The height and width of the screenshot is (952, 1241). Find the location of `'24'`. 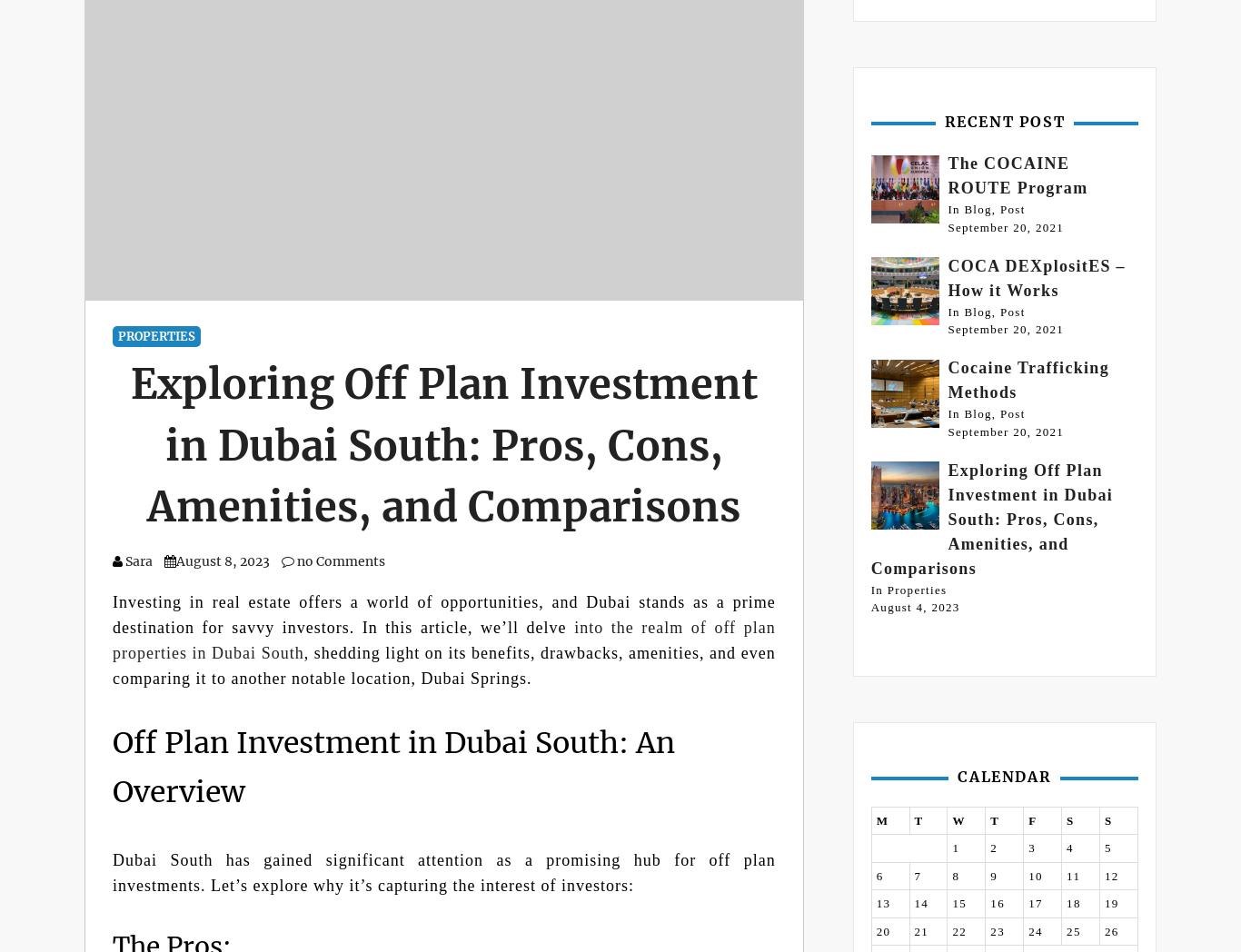

'24' is located at coordinates (1028, 930).